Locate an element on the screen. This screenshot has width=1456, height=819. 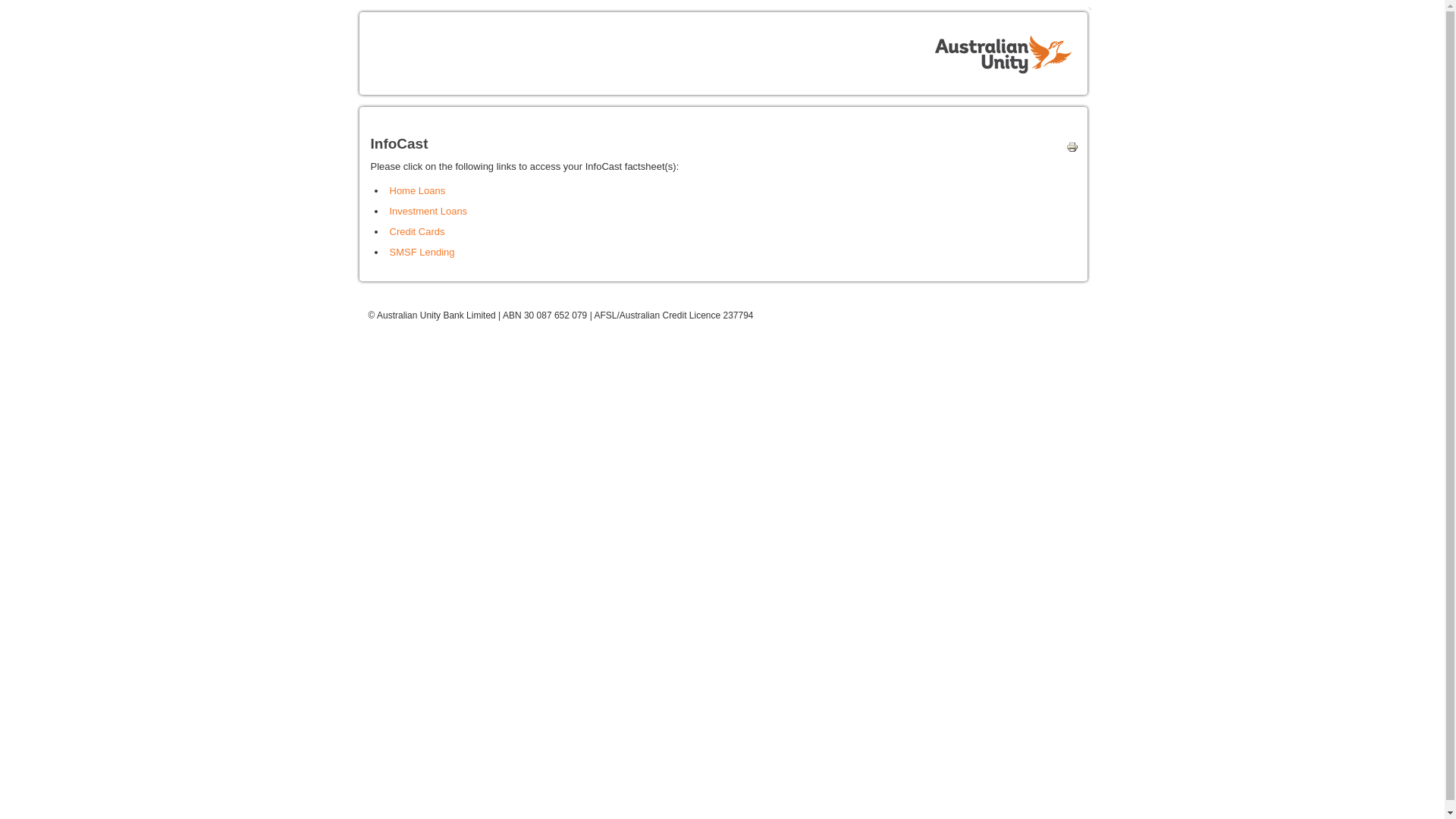
'Home Loans' is located at coordinates (418, 190).